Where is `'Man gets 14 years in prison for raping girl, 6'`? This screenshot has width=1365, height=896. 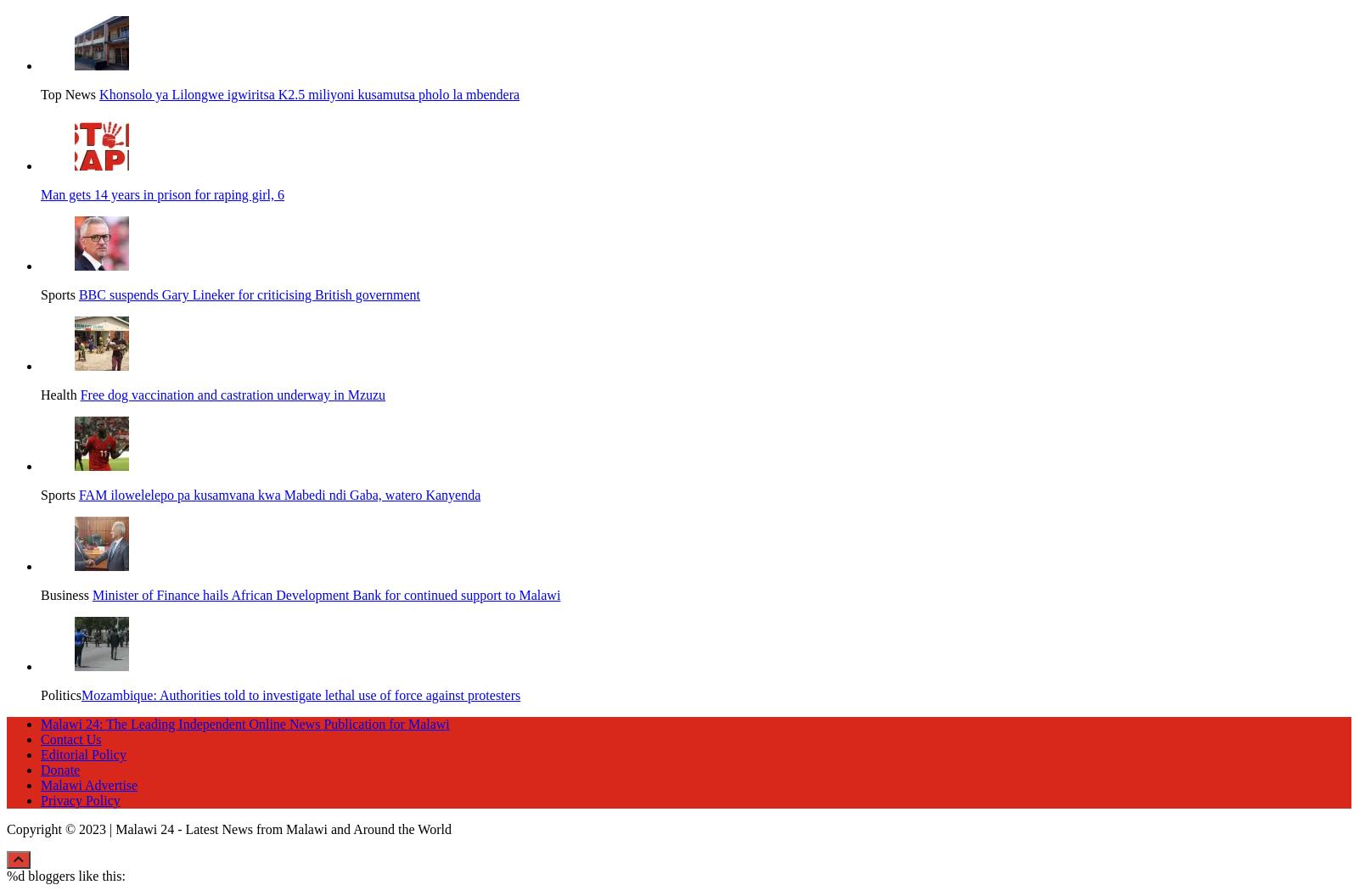 'Man gets 14 years in prison for raping girl, 6' is located at coordinates (161, 190).